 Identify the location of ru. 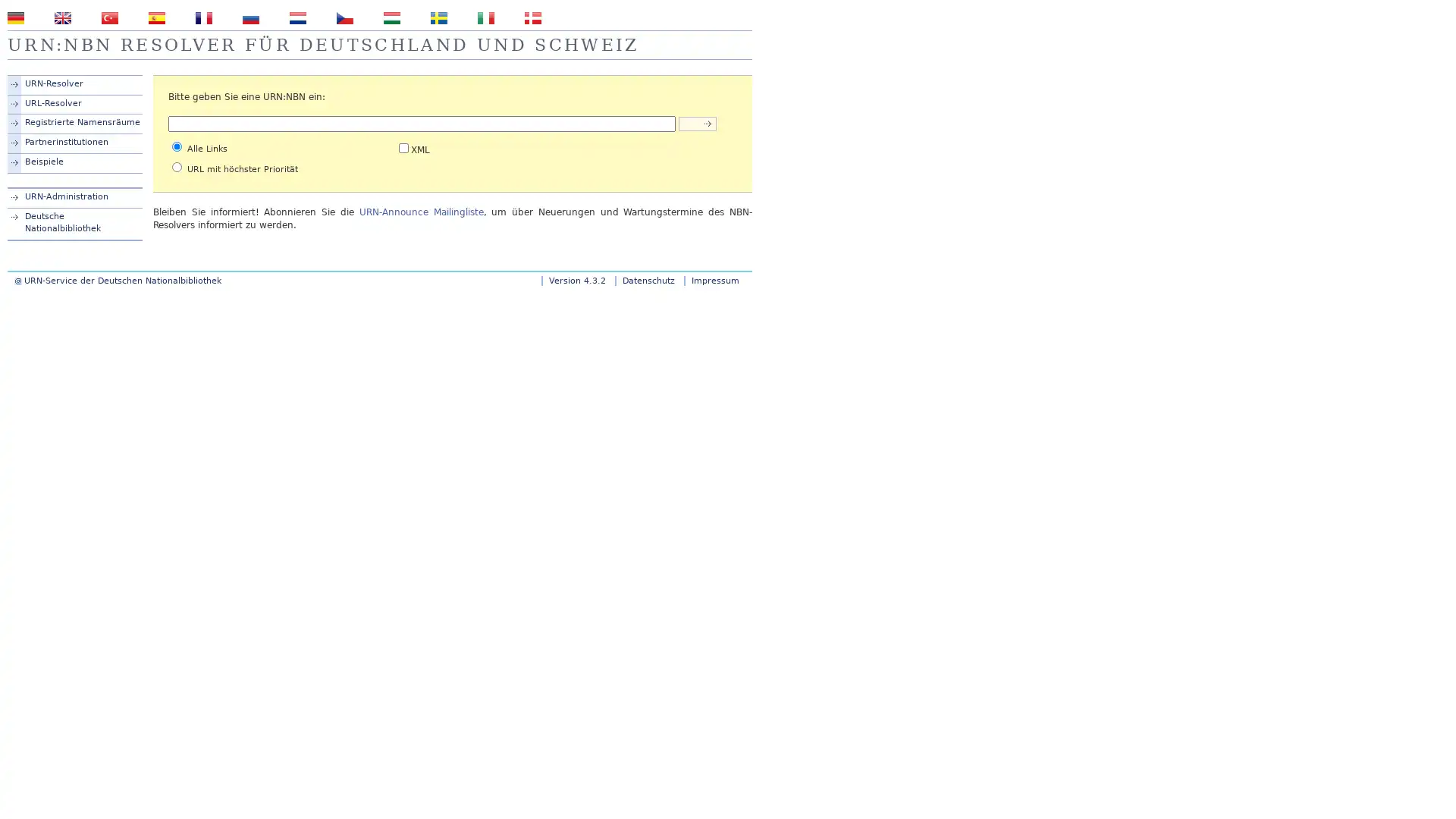
(251, 17).